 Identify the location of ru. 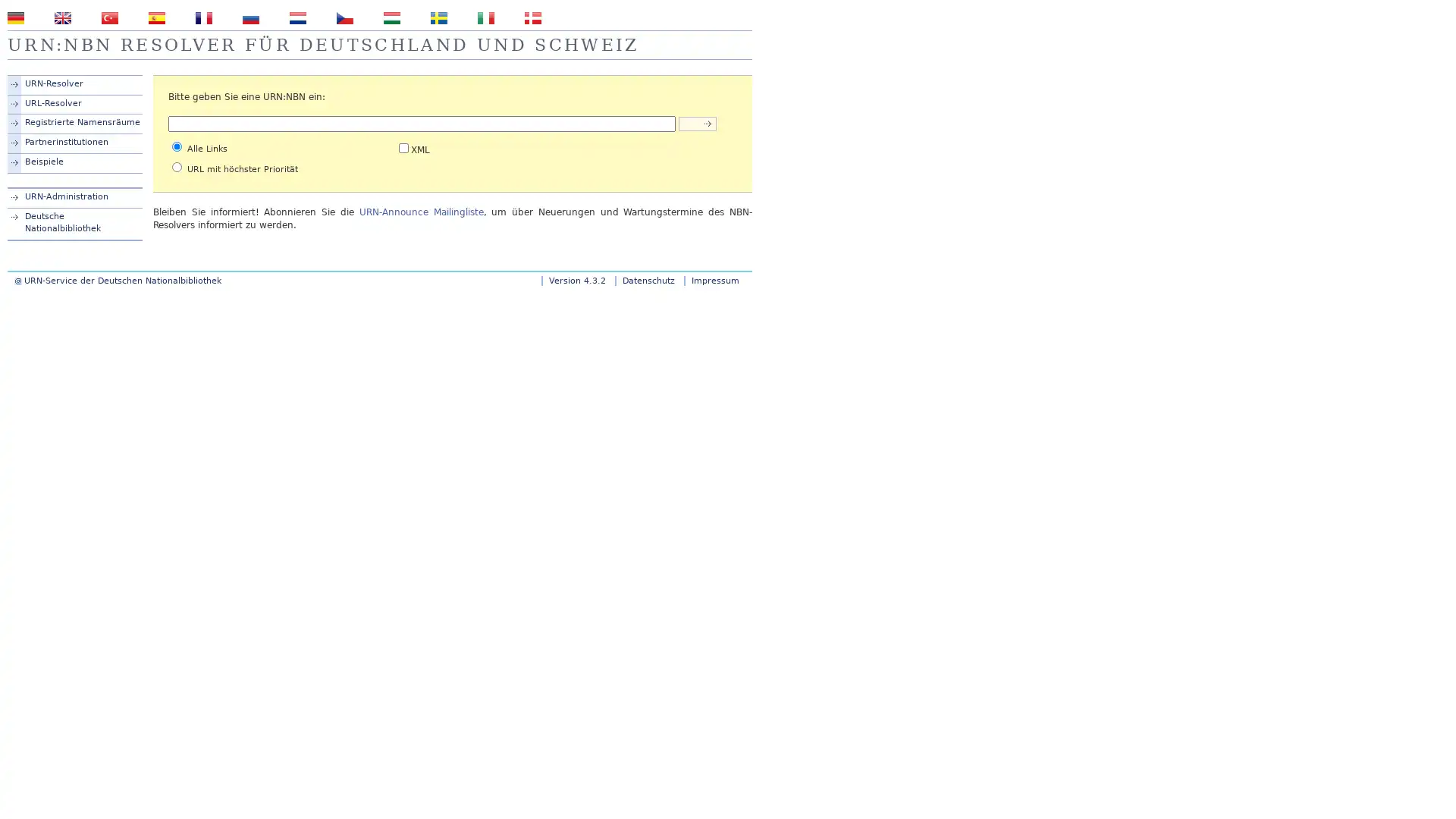
(251, 17).